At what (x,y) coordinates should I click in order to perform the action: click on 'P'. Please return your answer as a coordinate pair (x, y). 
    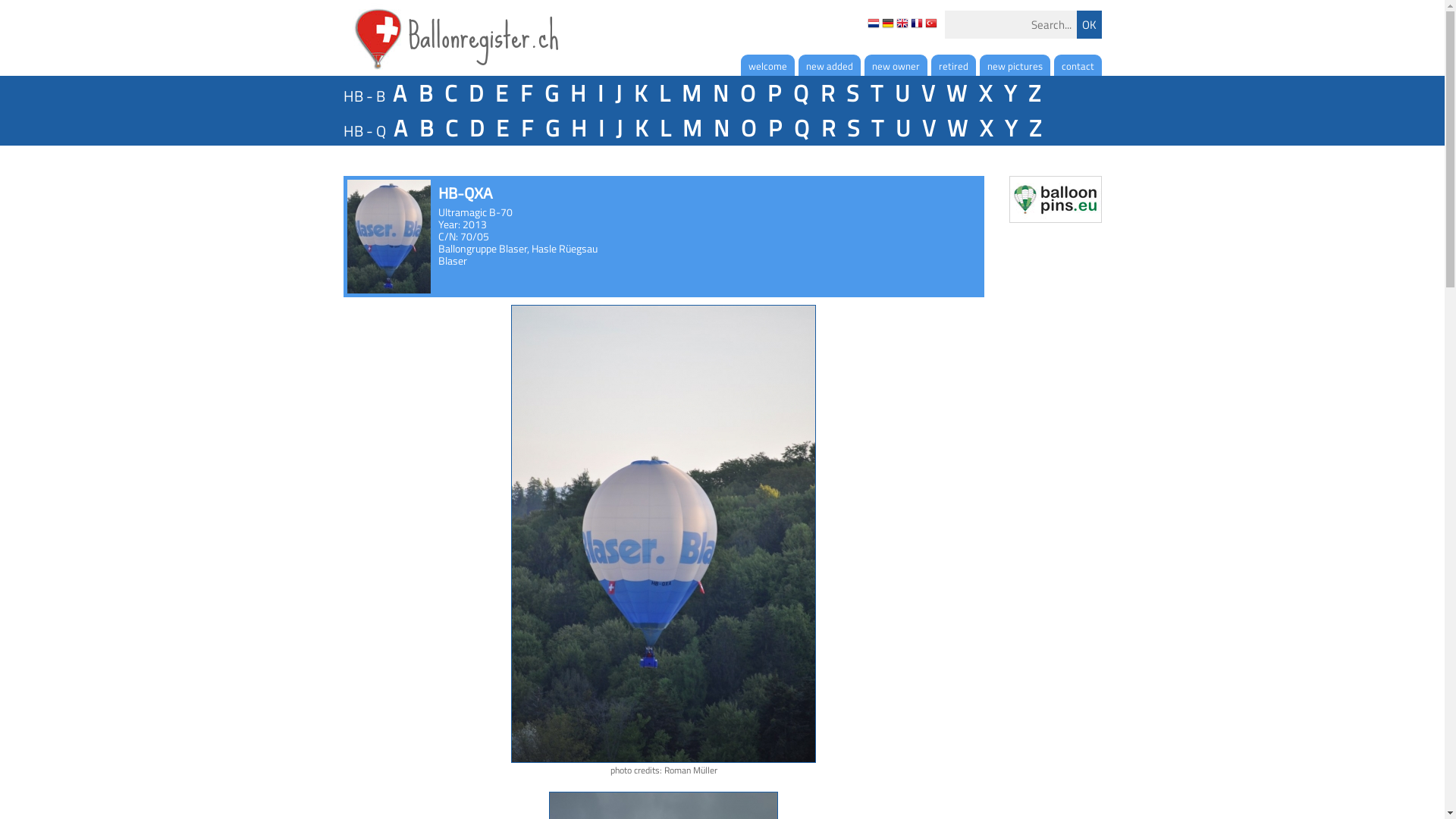
    Looking at the image, I should click on (763, 127).